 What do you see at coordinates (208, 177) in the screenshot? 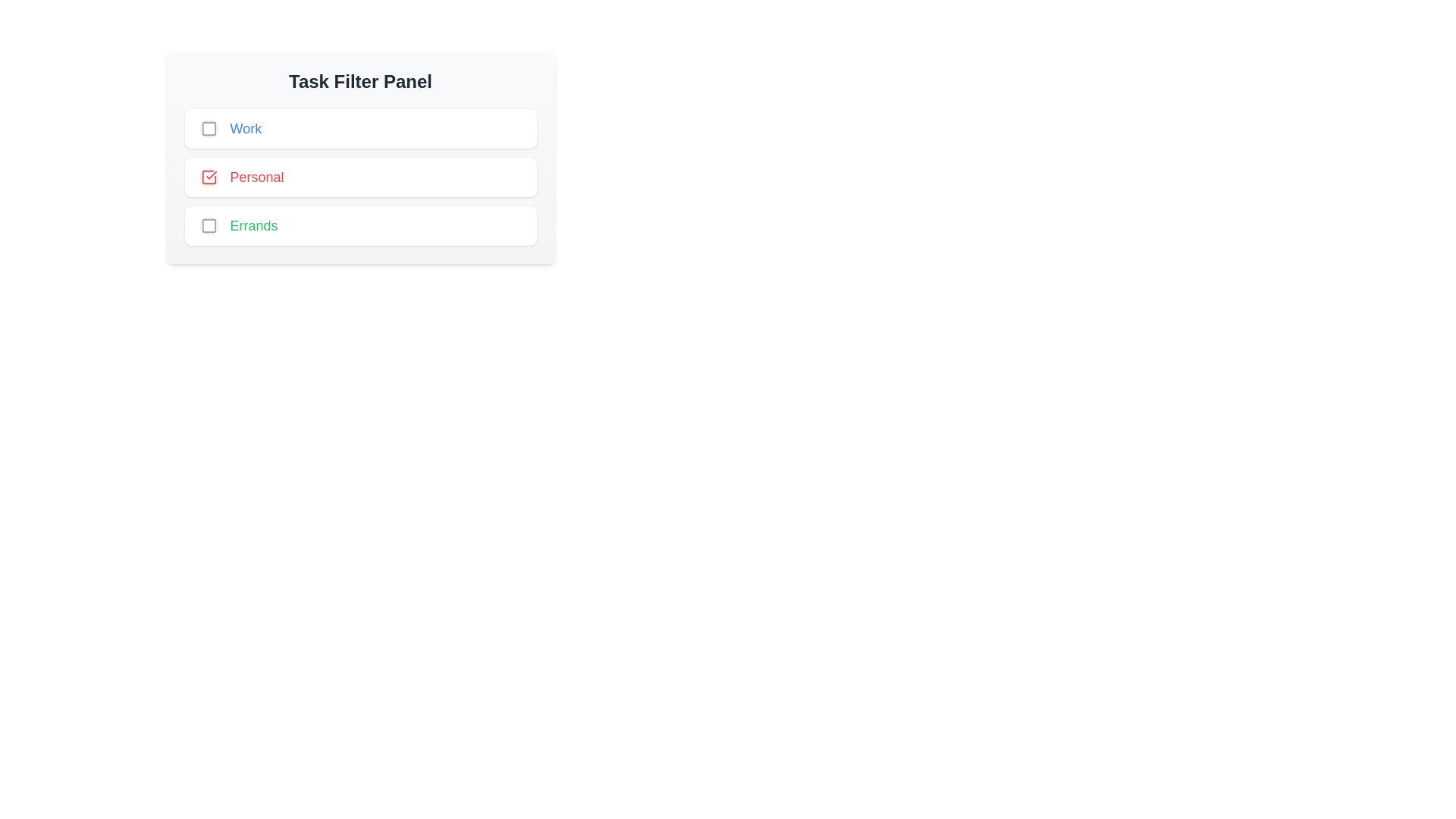
I see `the Graphic Icon (Checkbox Indicator)` at bounding box center [208, 177].